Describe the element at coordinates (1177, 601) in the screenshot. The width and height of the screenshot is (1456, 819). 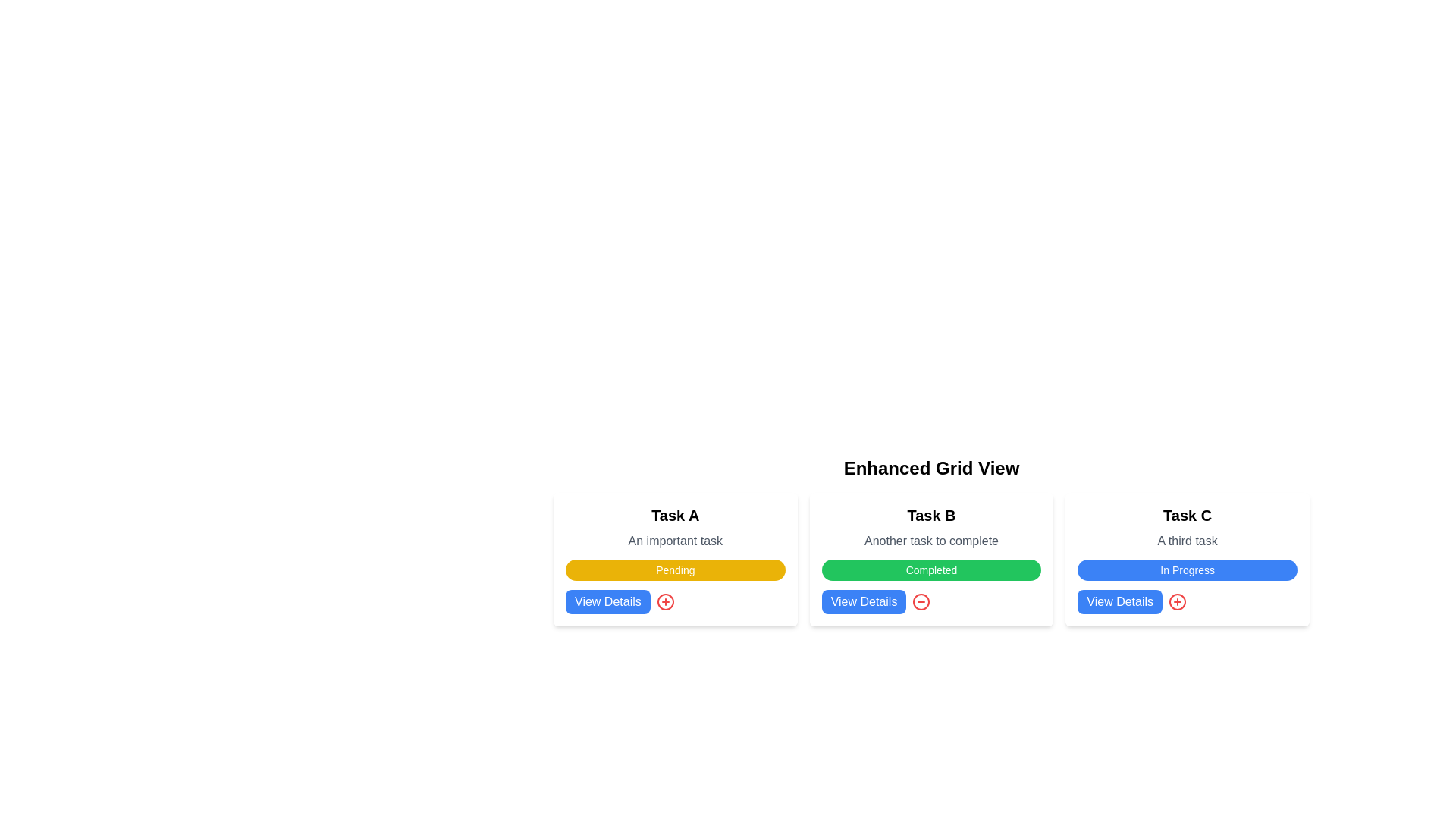
I see `the circular '+' icon with a red border located to the right of the 'View Details' button in the bottom-right corner of the 'Task C' card` at that location.